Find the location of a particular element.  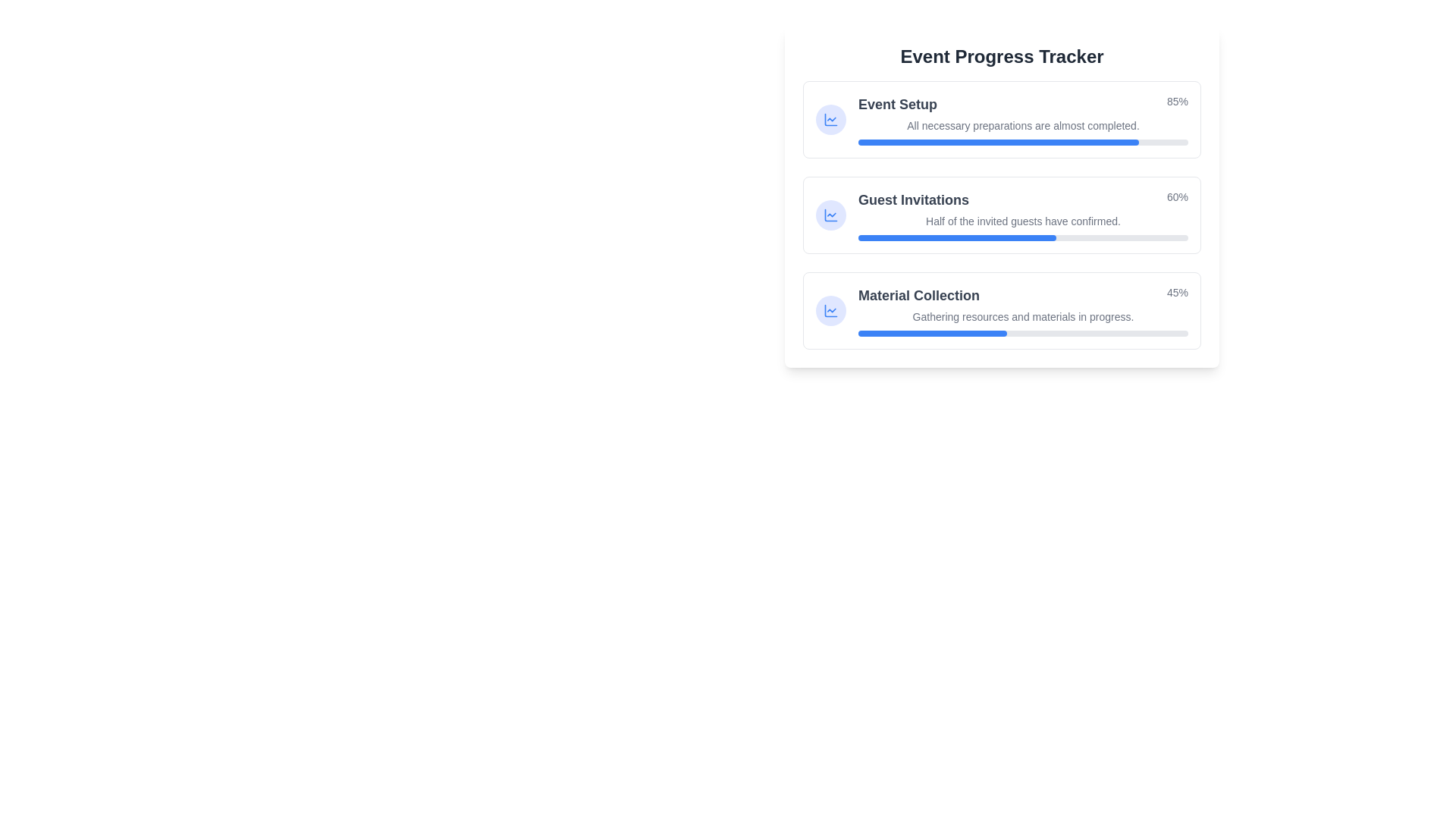

the progress of the bar is located at coordinates (946, 143).